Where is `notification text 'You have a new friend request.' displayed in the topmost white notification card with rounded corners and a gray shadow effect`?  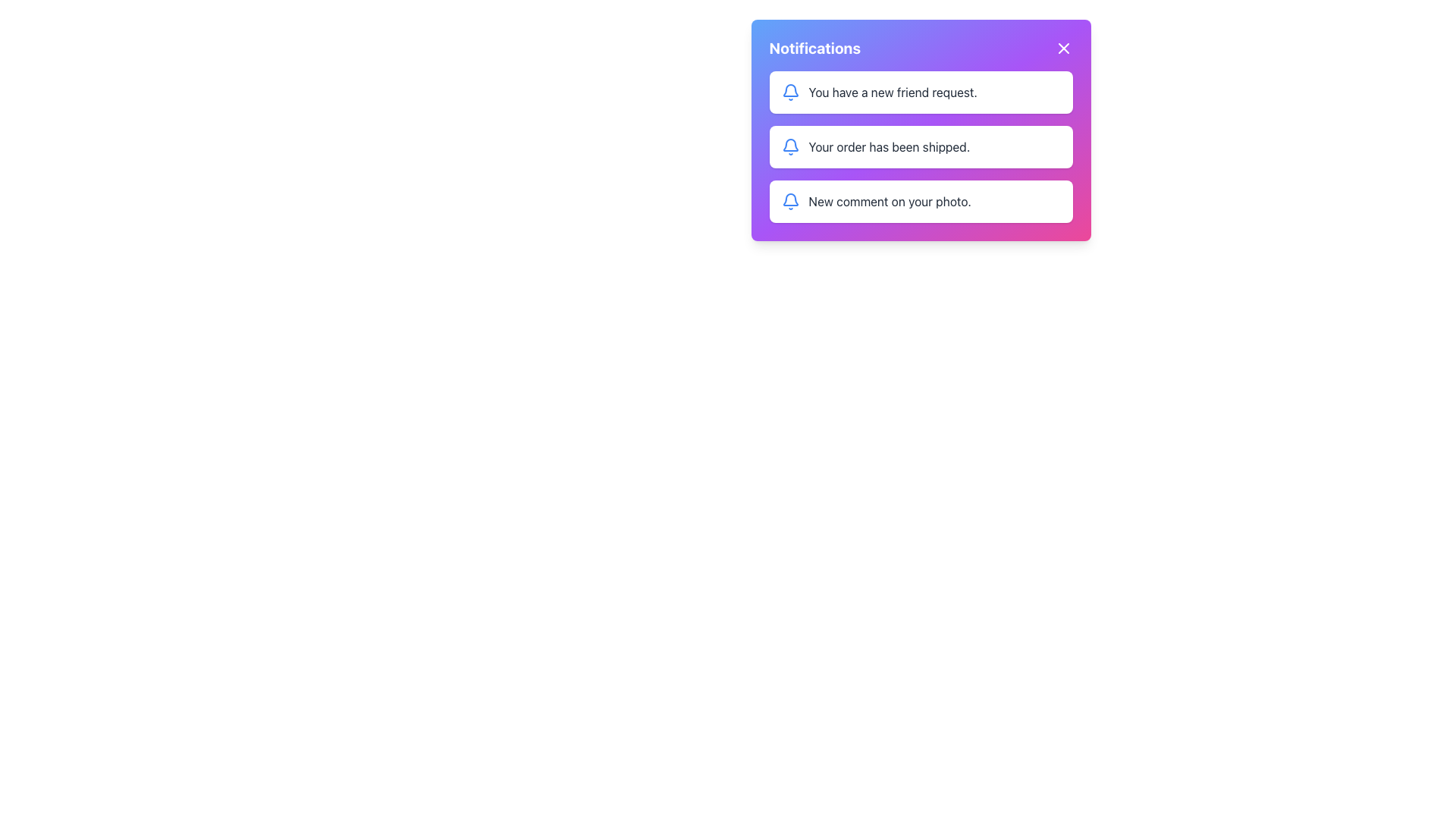
notification text 'You have a new friend request.' displayed in the topmost white notification card with rounded corners and a gray shadow effect is located at coordinates (893, 93).